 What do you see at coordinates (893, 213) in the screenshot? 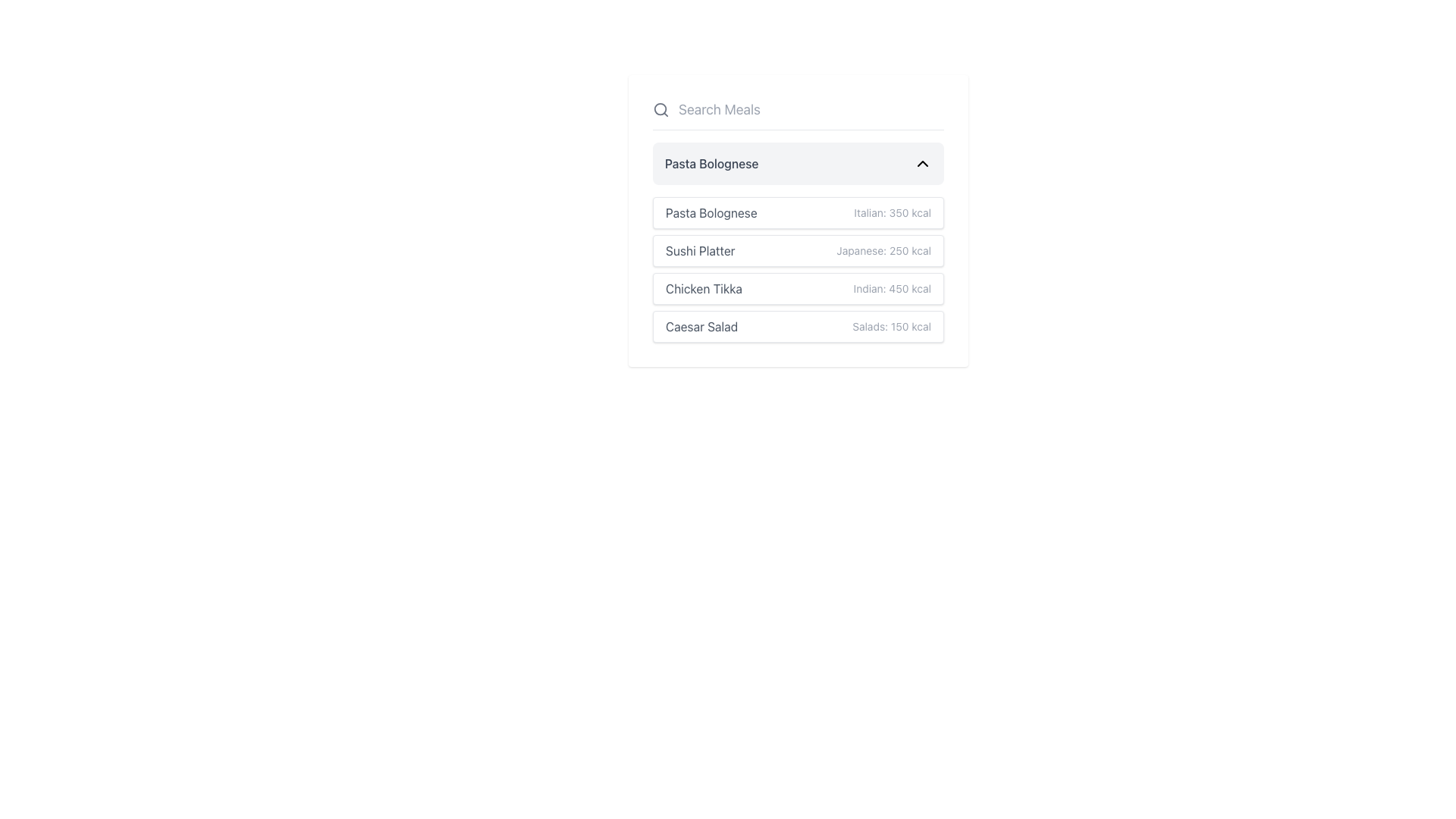
I see `the Text Label that provides information about the cuisine type 'Italian' and calorie count '350 kcal' for the food item 'Pasta Bolognese'` at bounding box center [893, 213].